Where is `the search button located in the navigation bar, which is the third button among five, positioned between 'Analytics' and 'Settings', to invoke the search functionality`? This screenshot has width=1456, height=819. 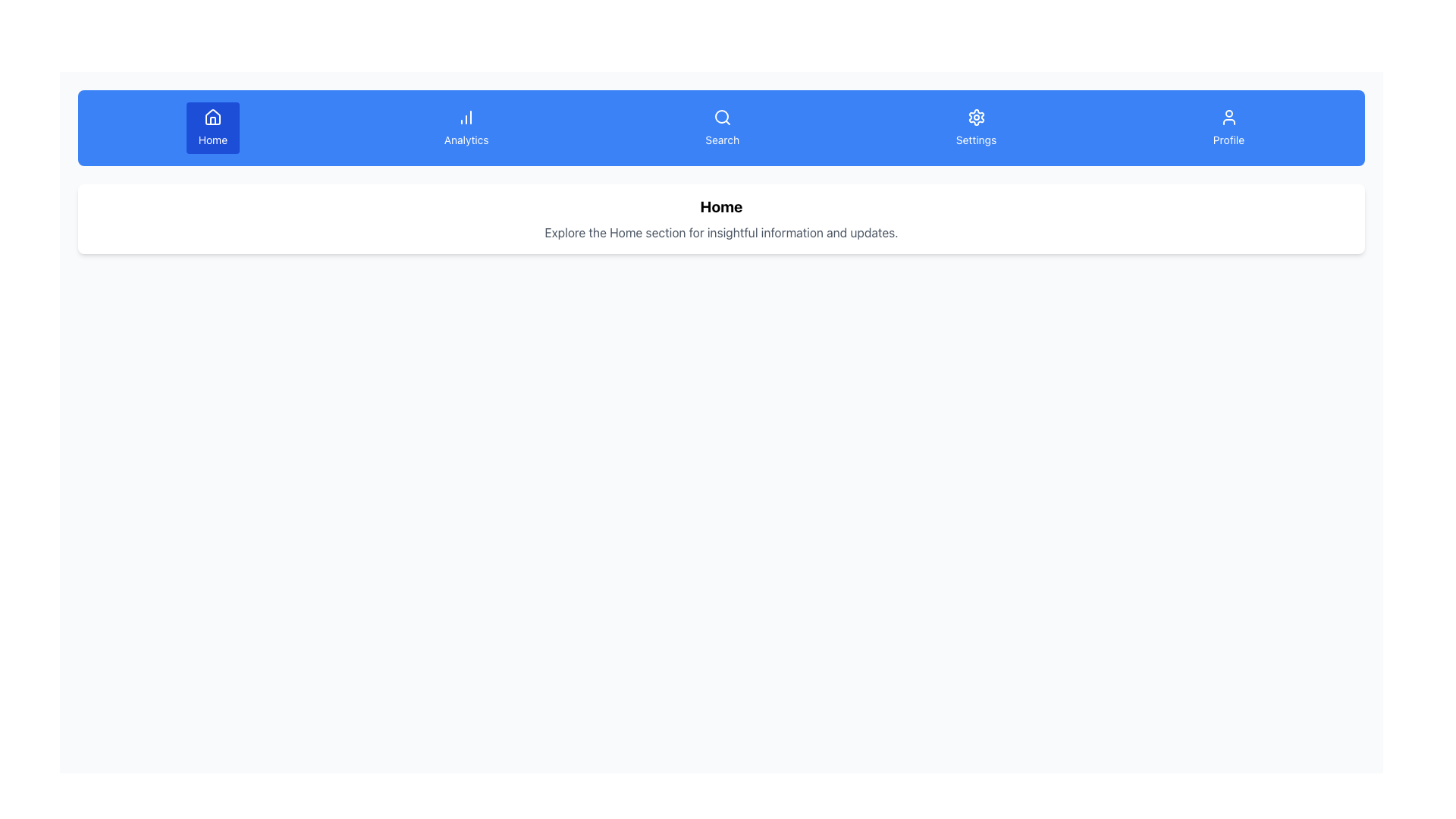 the search button located in the navigation bar, which is the third button among five, positioned between 'Analytics' and 'Settings', to invoke the search functionality is located at coordinates (721, 127).